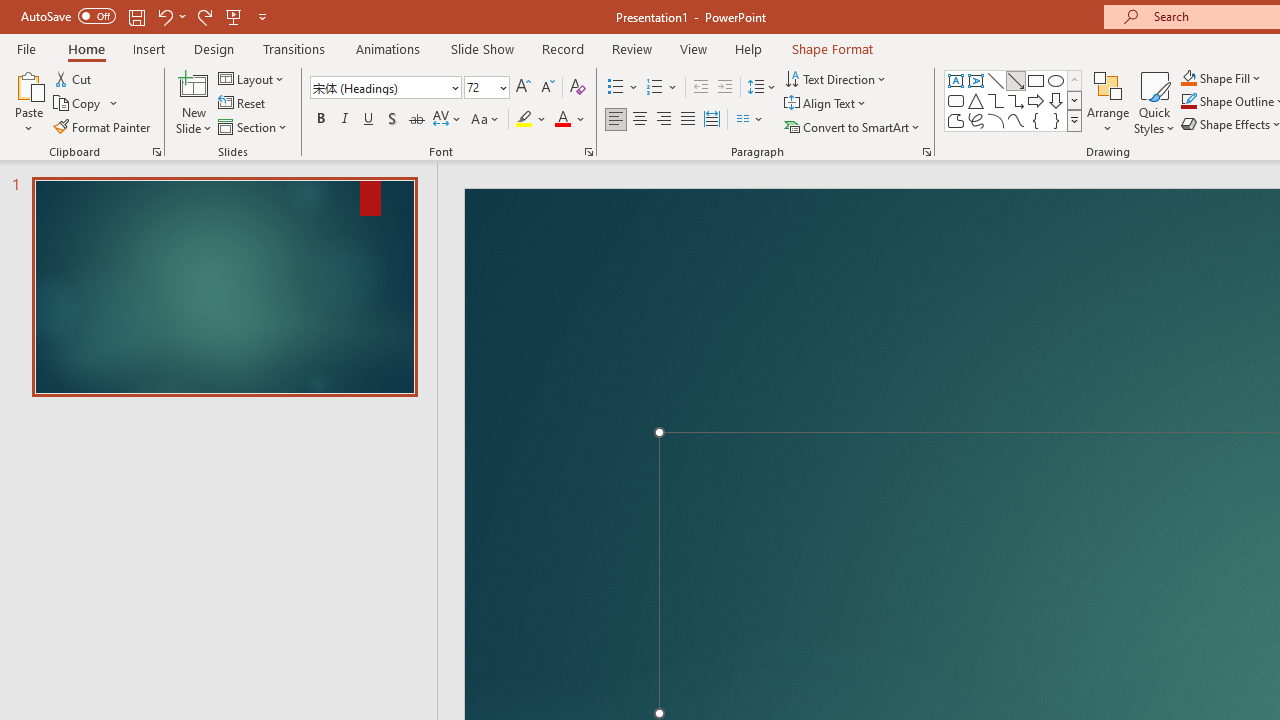 The image size is (1280, 720). Describe the element at coordinates (569, 119) in the screenshot. I see `'Font Color'` at that location.